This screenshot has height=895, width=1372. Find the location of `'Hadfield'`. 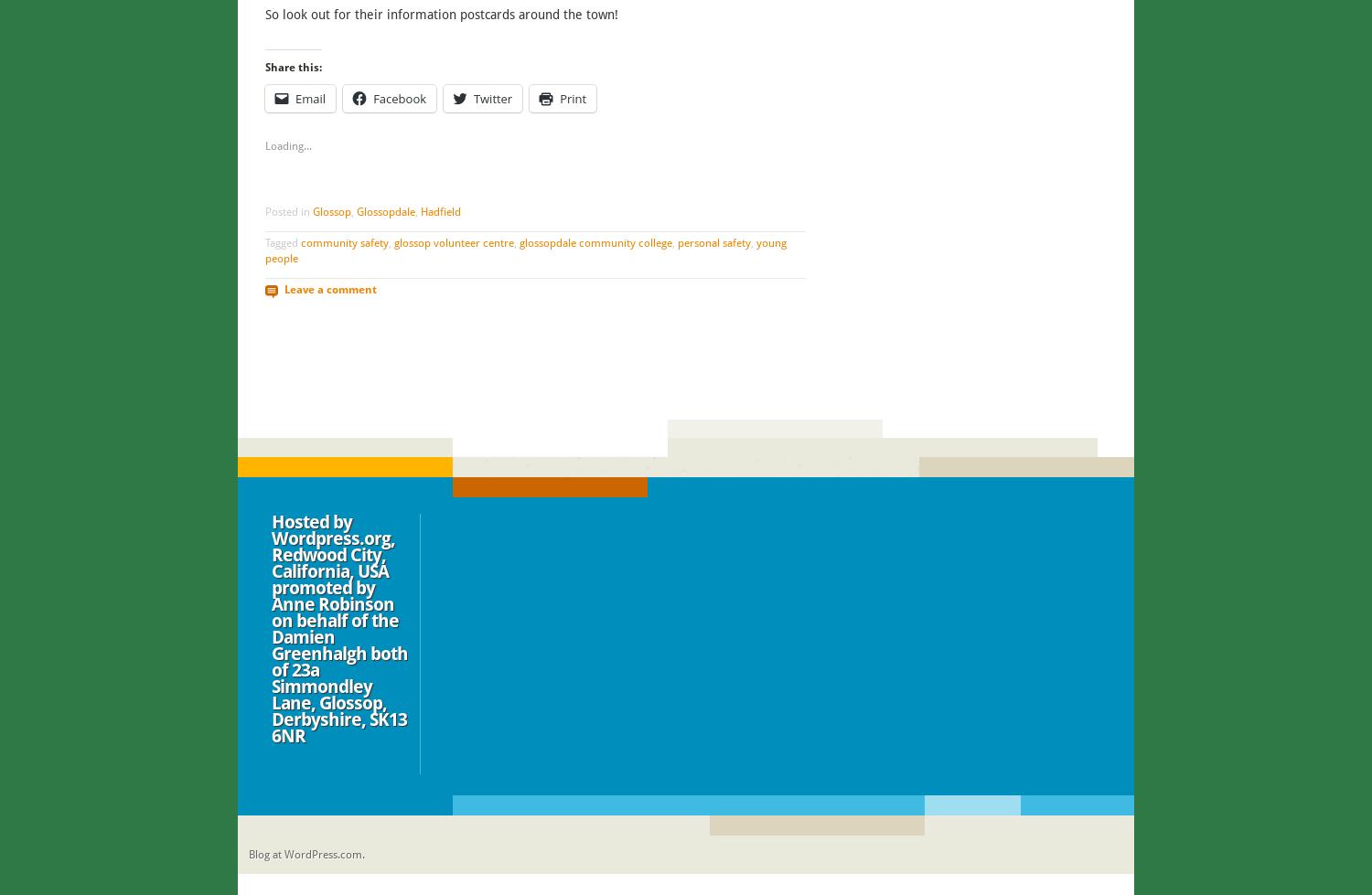

'Hadfield' is located at coordinates (439, 211).